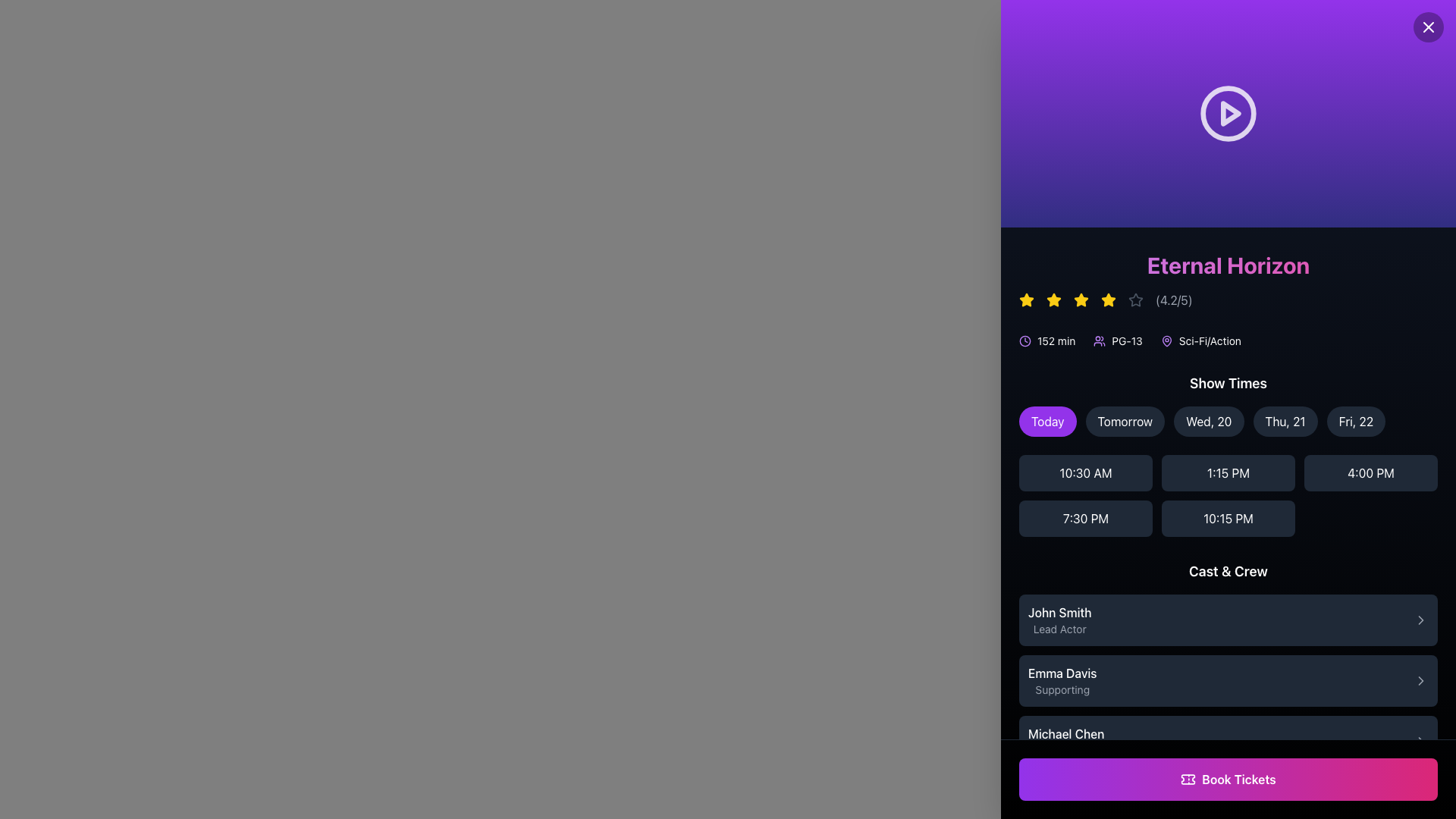  What do you see at coordinates (1427, 27) in the screenshot?
I see `the close button located in the top-right corner of the purple gradient background` at bounding box center [1427, 27].